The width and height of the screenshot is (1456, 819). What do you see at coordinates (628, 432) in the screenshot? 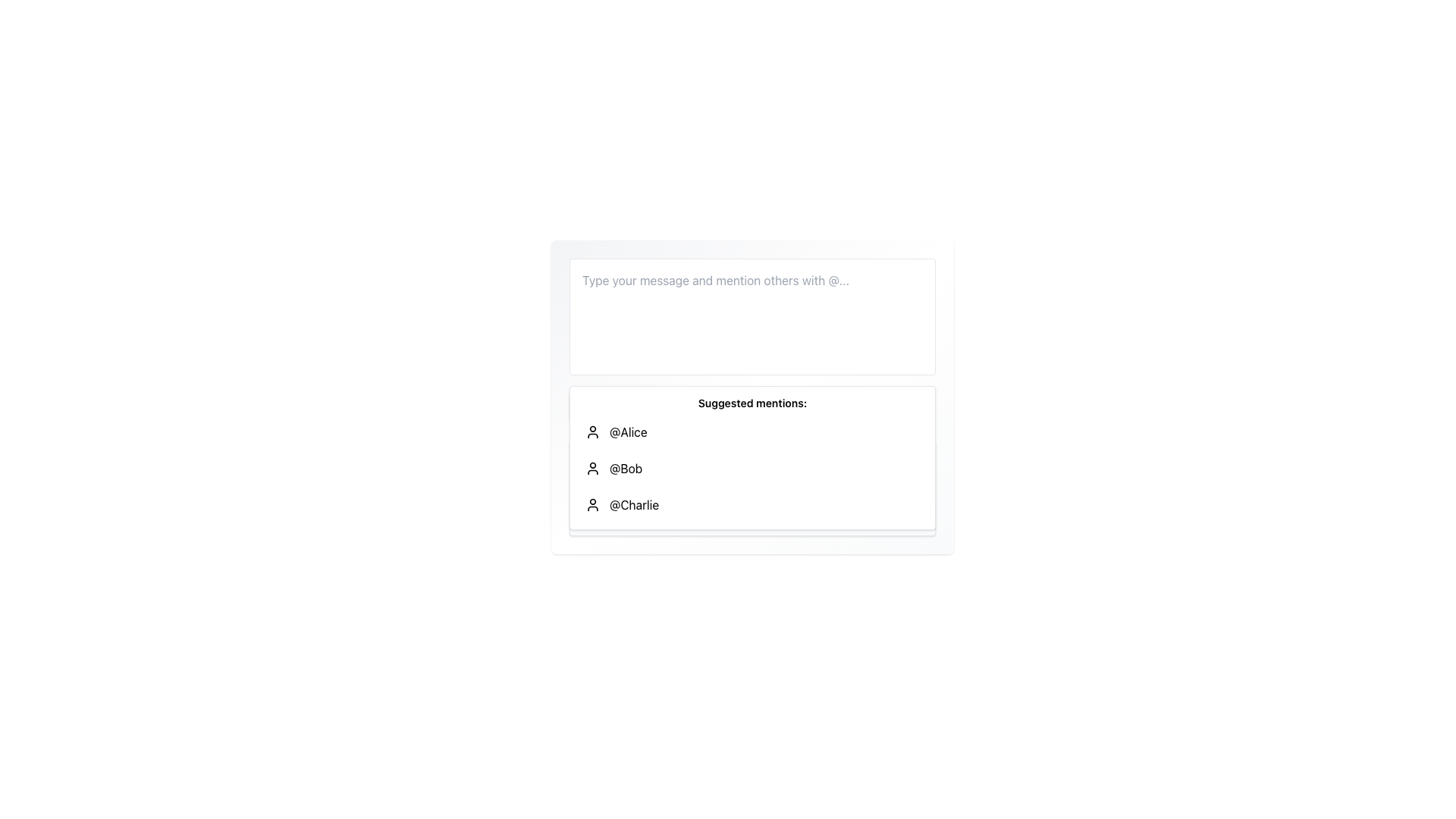
I see `the text label '@Alice' in the suggestion dropdown` at bounding box center [628, 432].